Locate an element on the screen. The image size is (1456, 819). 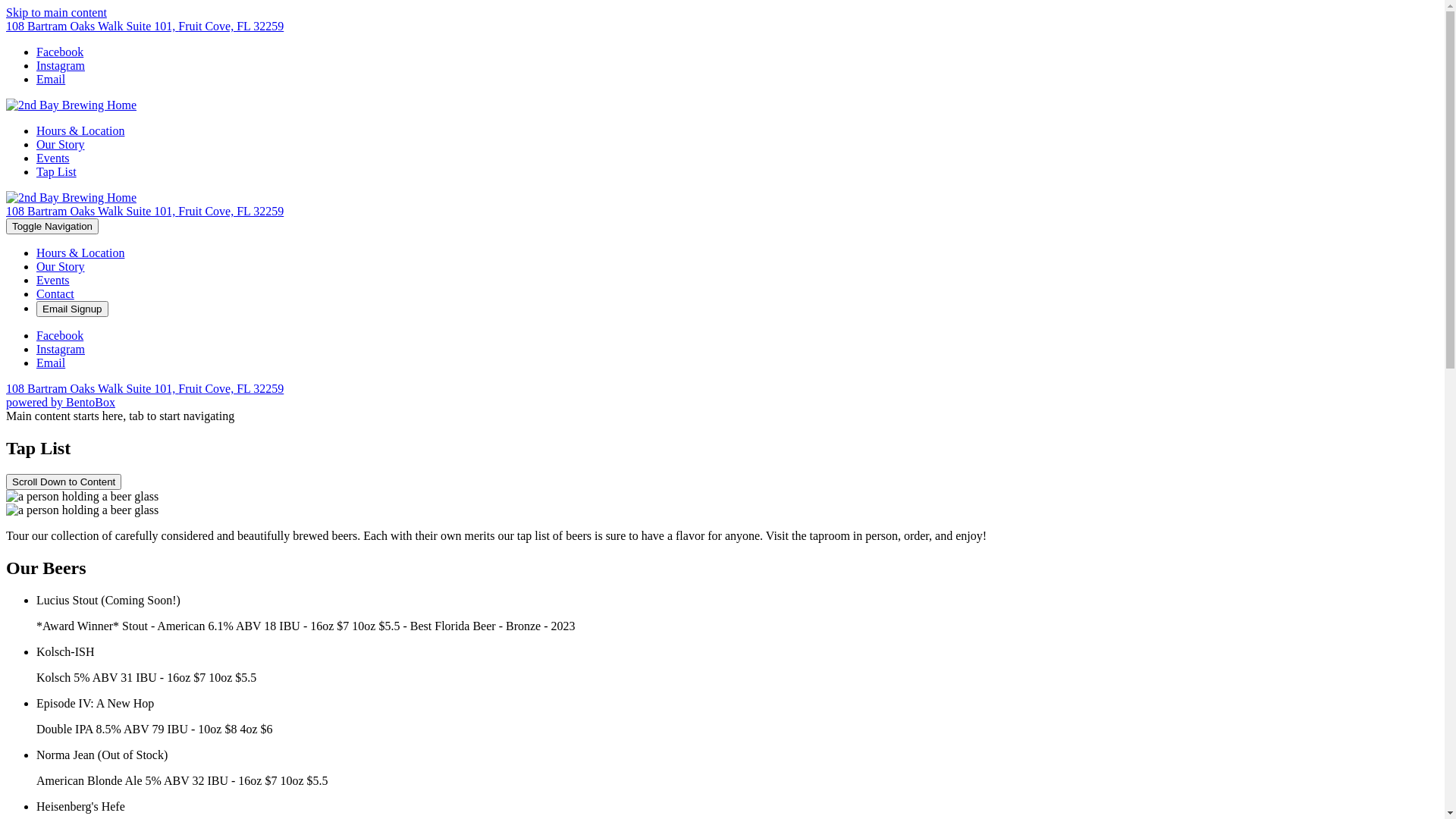
'powered by BentoBox' is located at coordinates (61, 401).